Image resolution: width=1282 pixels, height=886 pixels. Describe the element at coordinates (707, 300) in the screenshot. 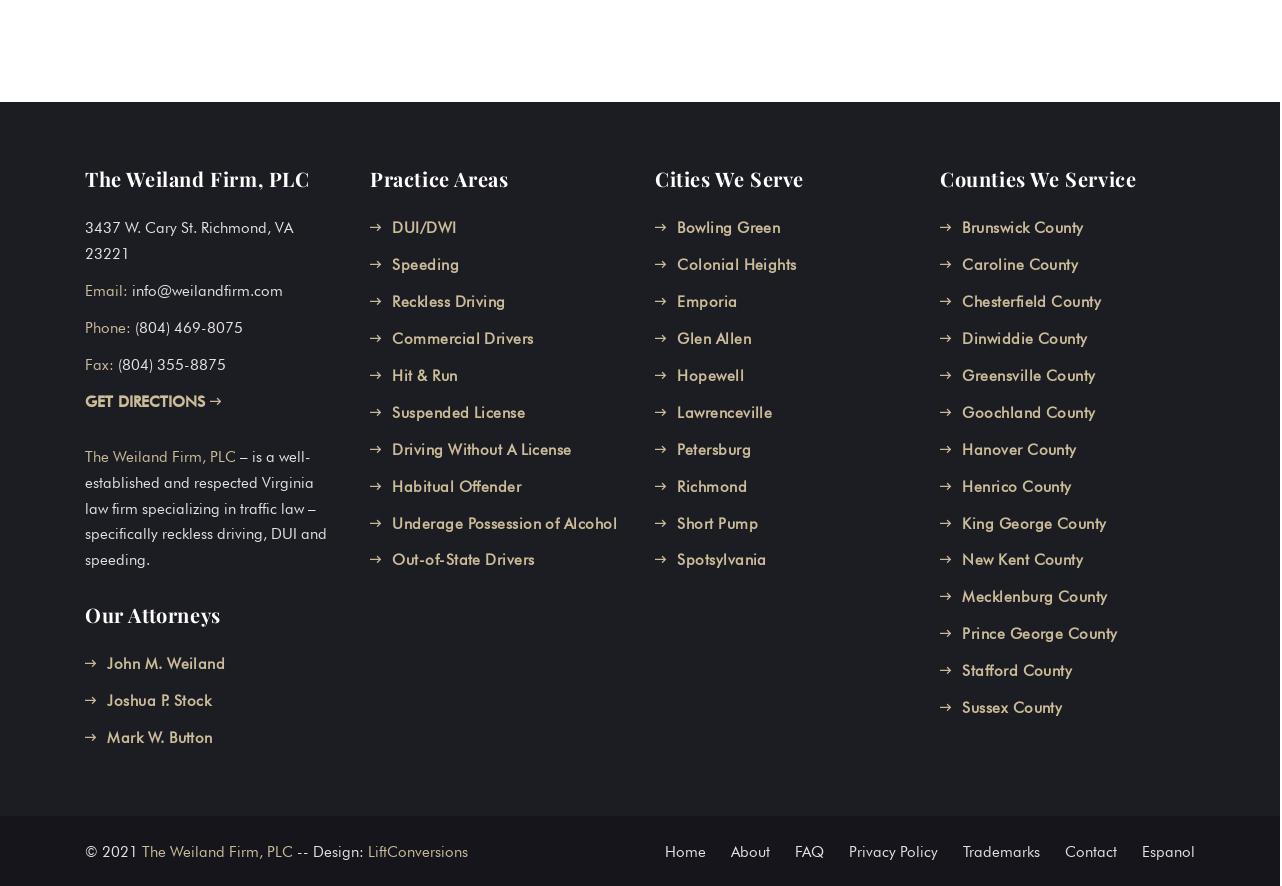

I see `'Emporia'` at that location.